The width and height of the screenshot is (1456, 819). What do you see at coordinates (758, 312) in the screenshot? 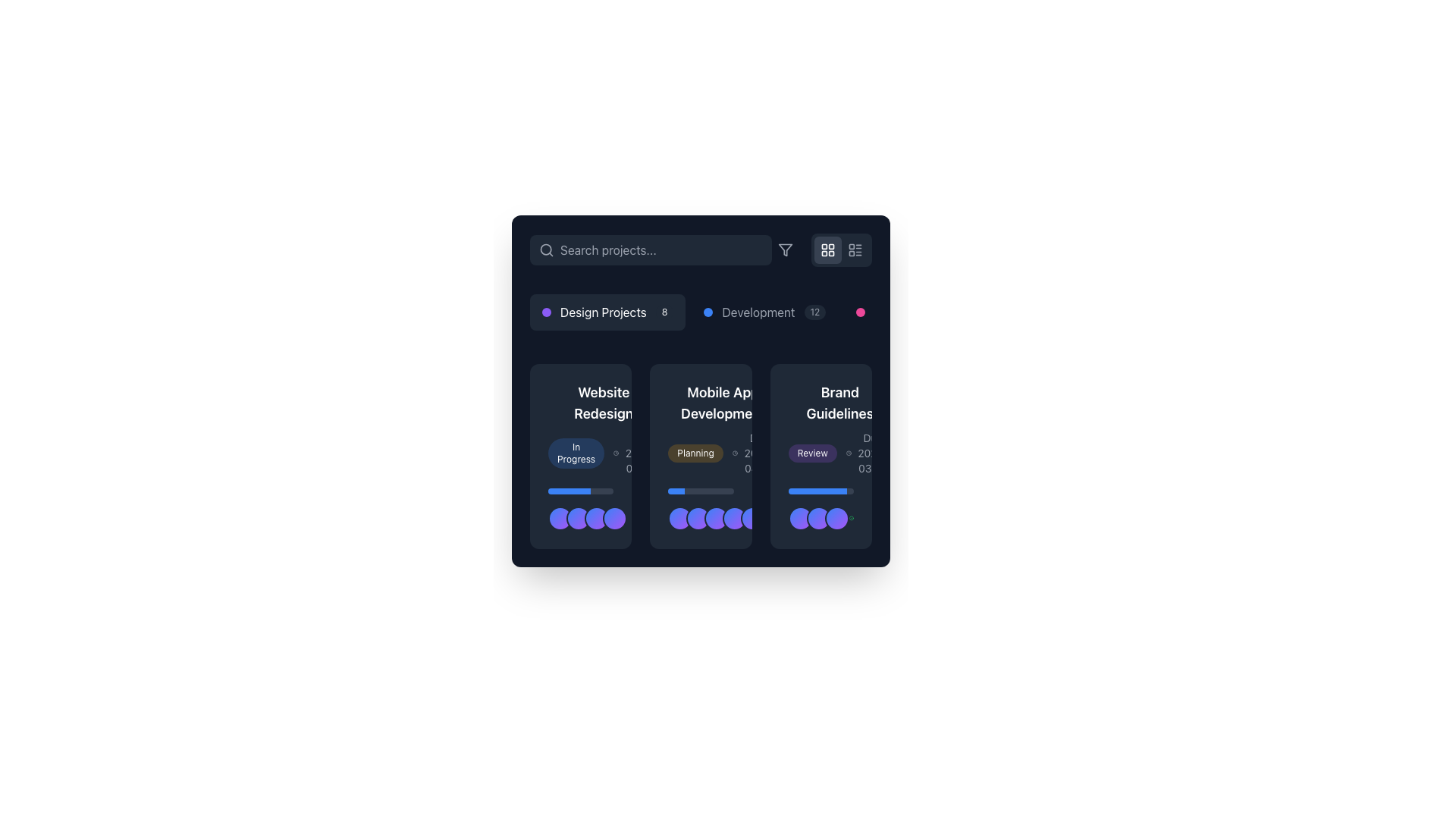
I see `the static text label displaying 'Development', which is styled with a light gray font on a dark background and is part of a horizontal menu, positioned centrally among its siblings` at bounding box center [758, 312].